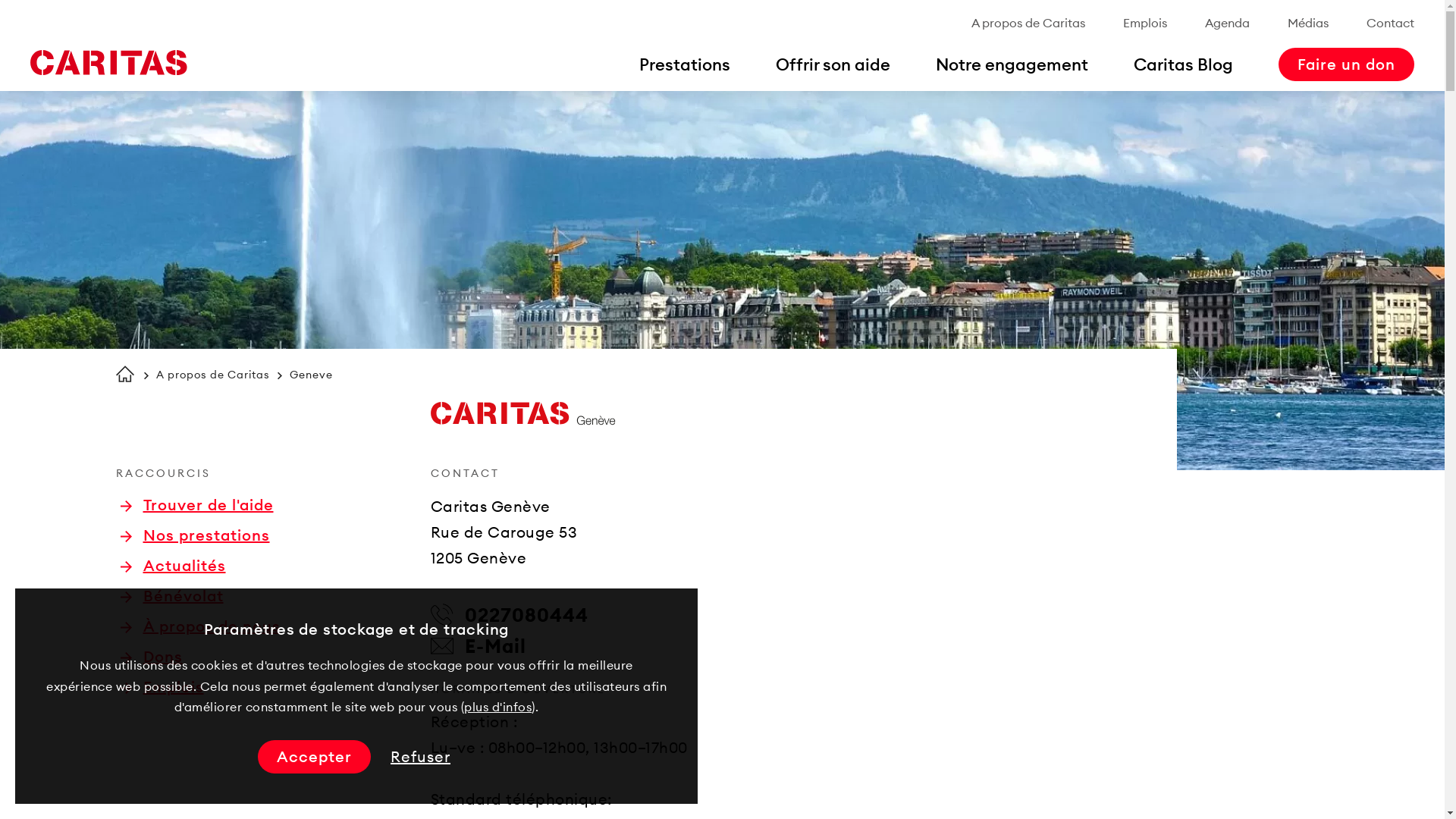  What do you see at coordinates (463, 707) in the screenshot?
I see `'plus d'infos'` at bounding box center [463, 707].